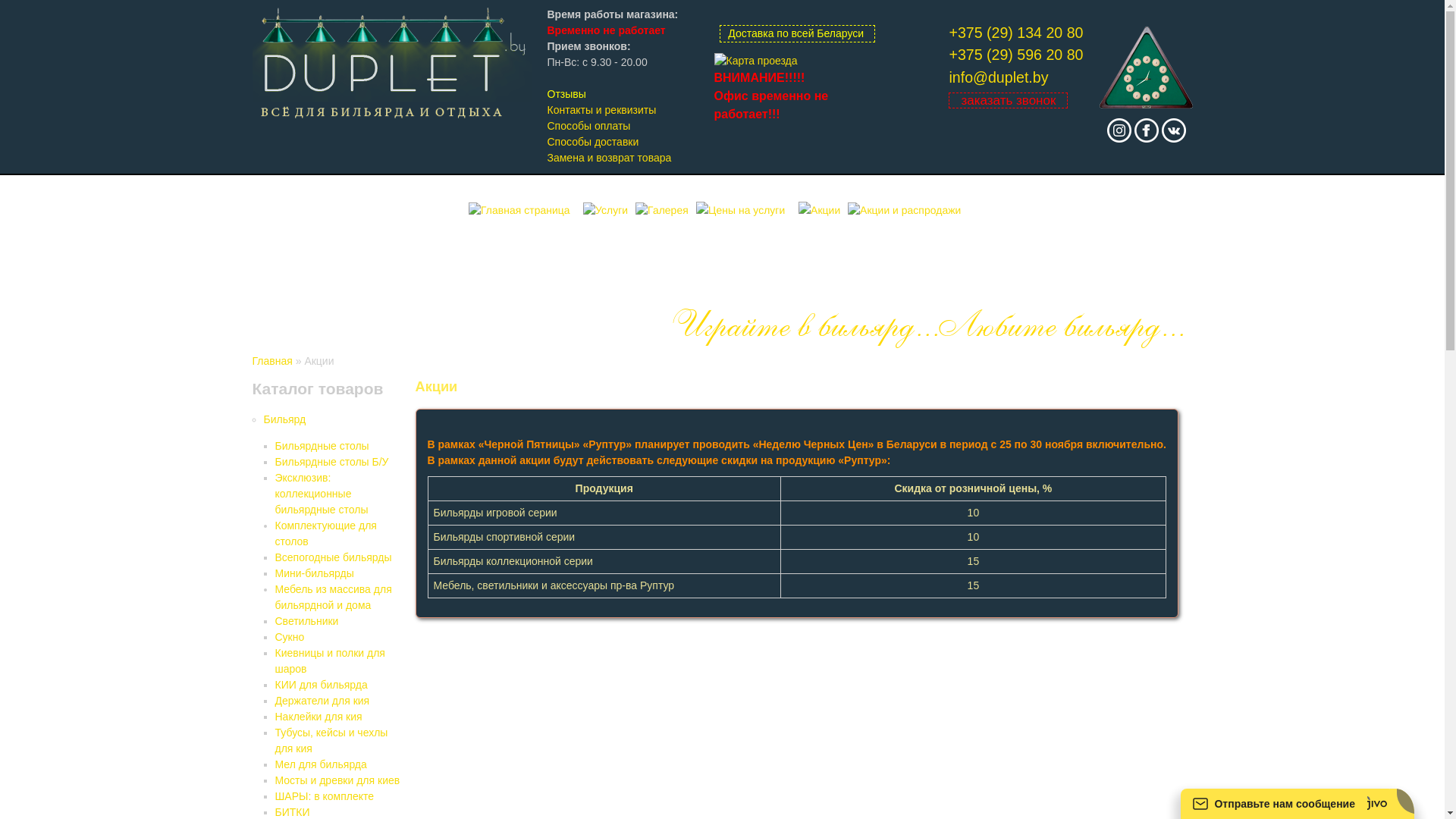  What do you see at coordinates (1015, 54) in the screenshot?
I see `'+375 (29) 596 20 80'` at bounding box center [1015, 54].